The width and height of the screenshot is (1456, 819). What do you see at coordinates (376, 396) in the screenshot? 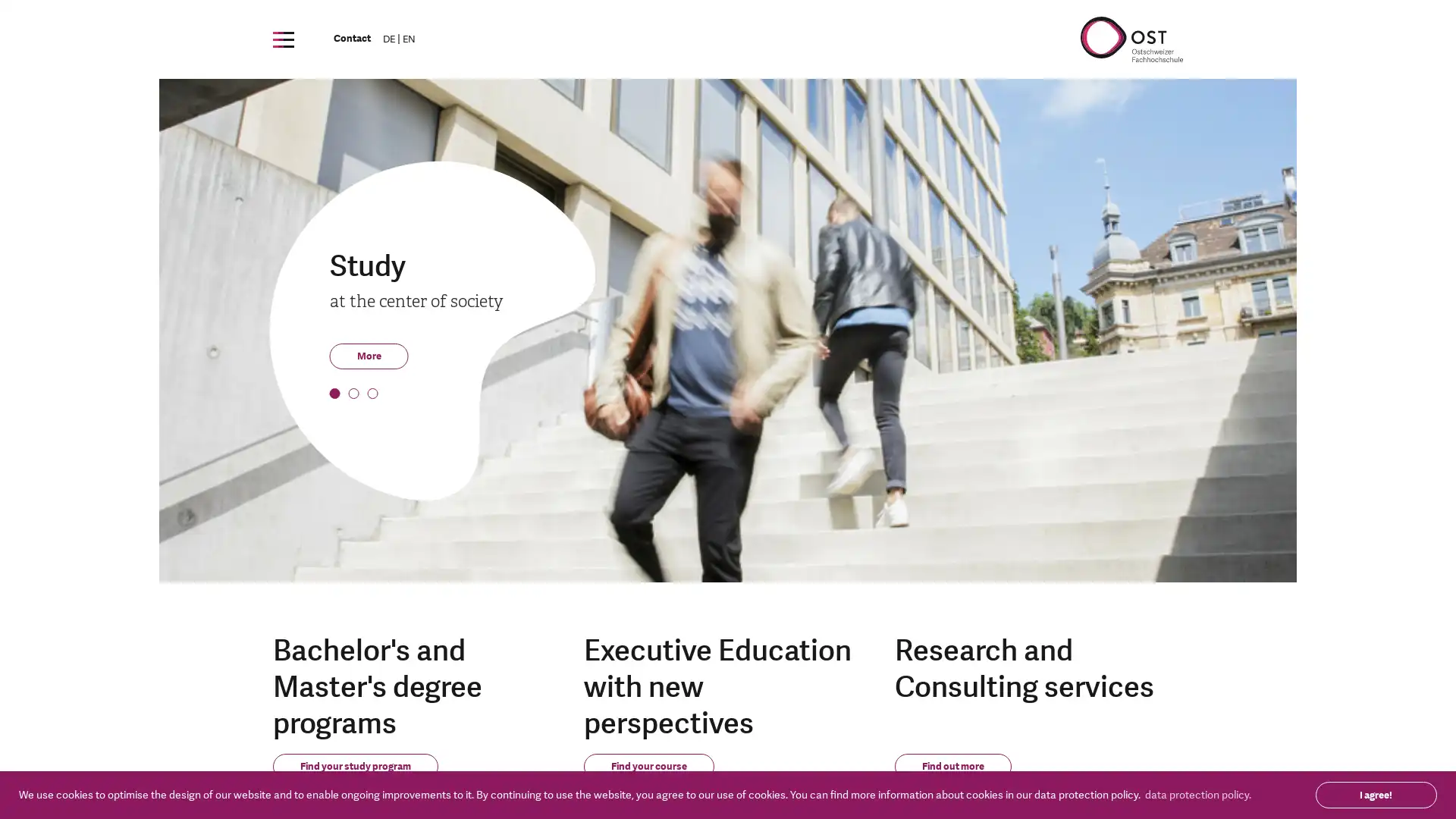
I see `3` at bounding box center [376, 396].